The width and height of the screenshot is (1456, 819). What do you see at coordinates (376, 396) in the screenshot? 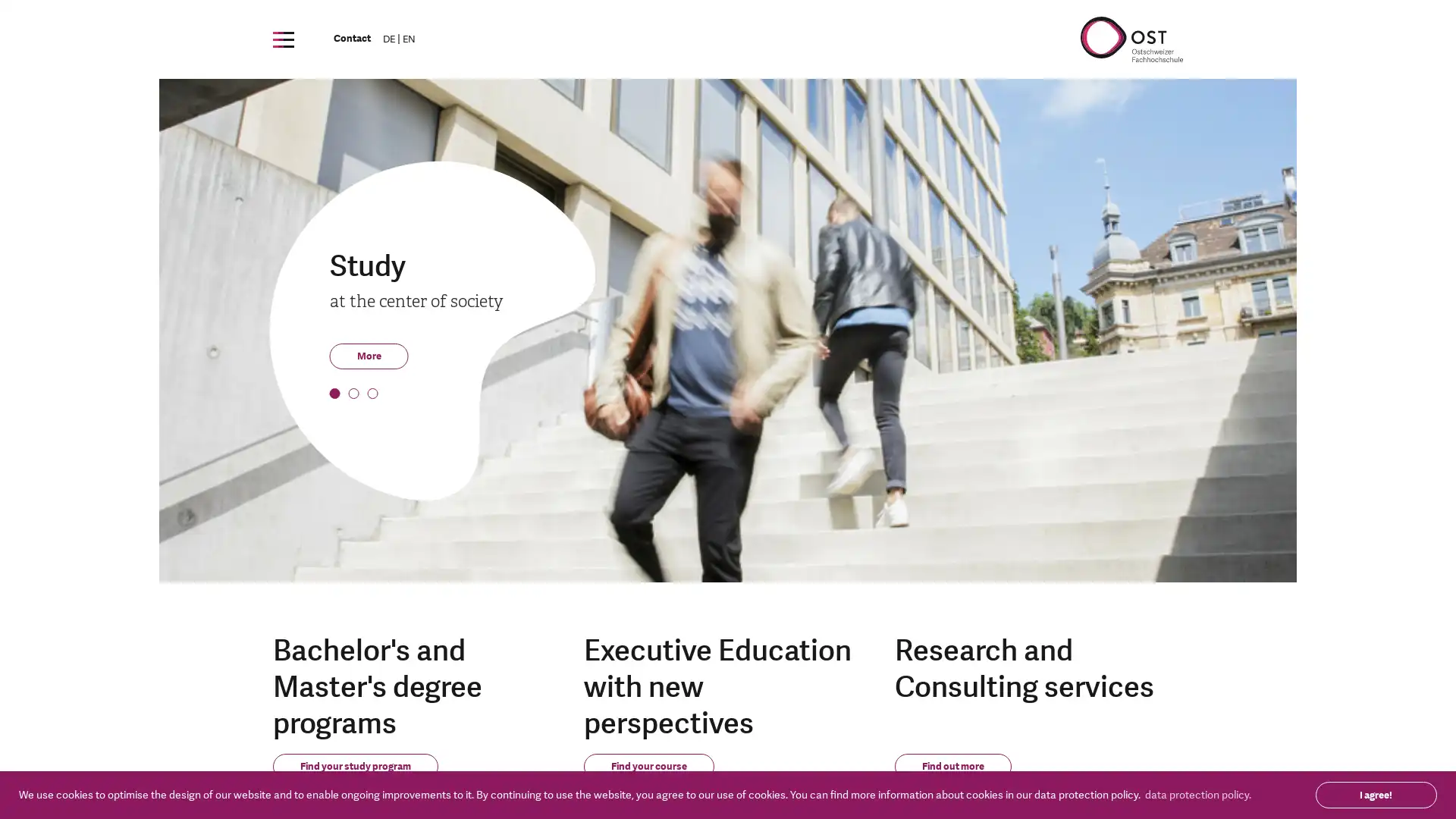
I see `3` at bounding box center [376, 396].